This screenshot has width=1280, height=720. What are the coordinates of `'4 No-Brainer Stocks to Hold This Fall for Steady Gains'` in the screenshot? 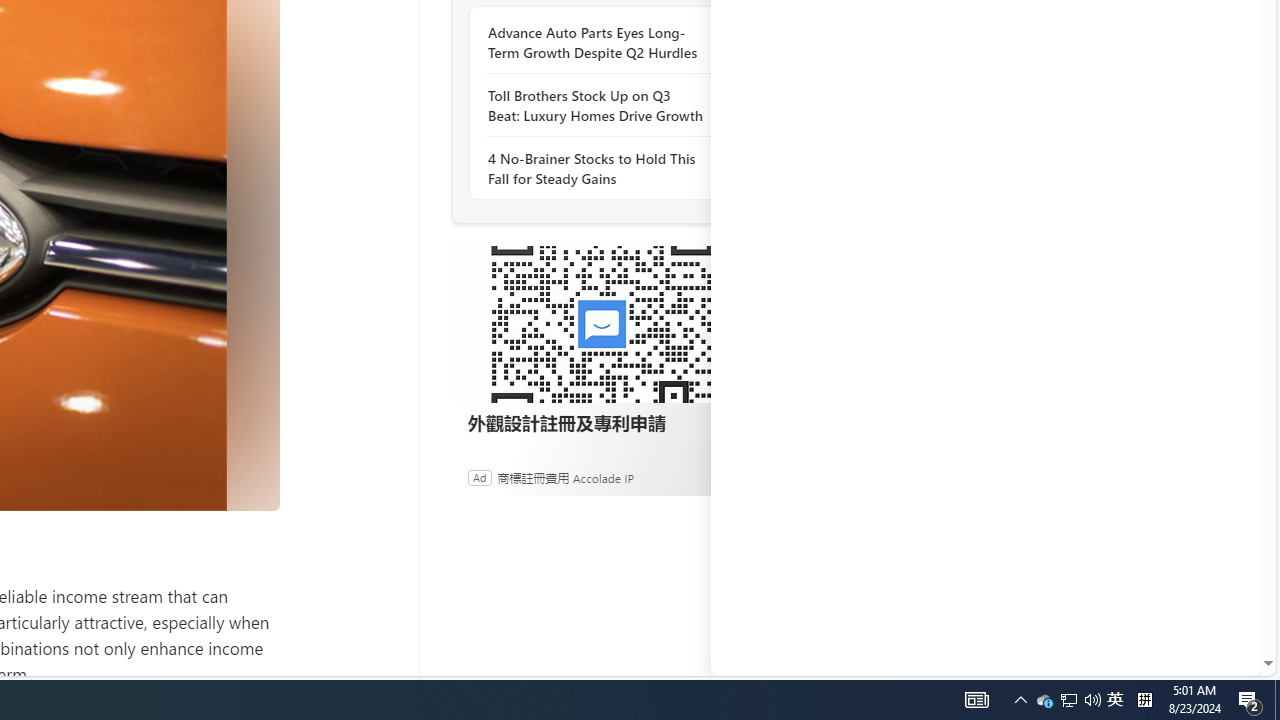 It's located at (595, 167).